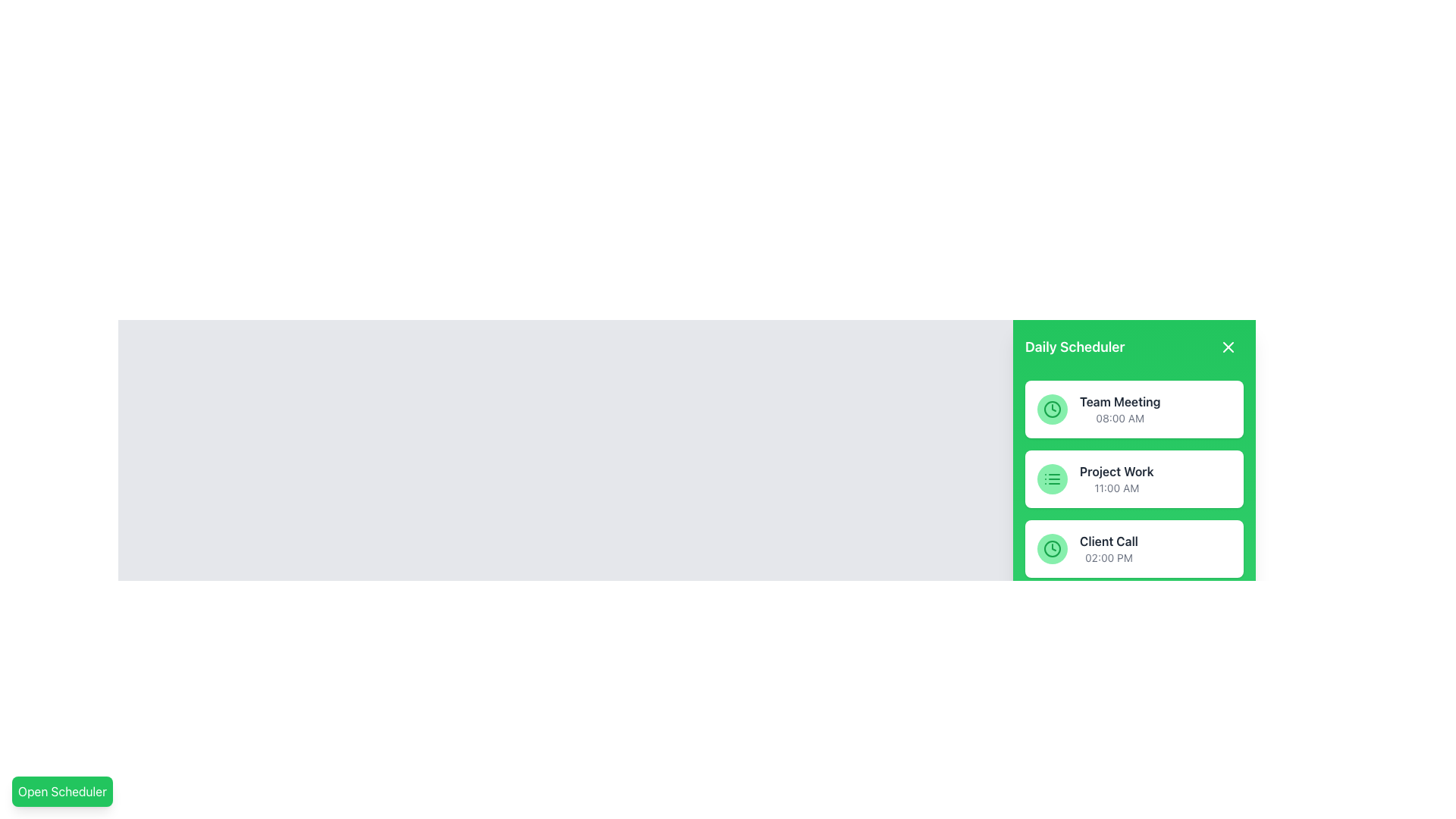 Image resolution: width=1456 pixels, height=819 pixels. I want to click on the time text label displaying '08:00 AM', which is styled in gray and positioned beneath the event title 'Team Meeting' in the 'Daily Scheduler' interface, so click(1120, 418).